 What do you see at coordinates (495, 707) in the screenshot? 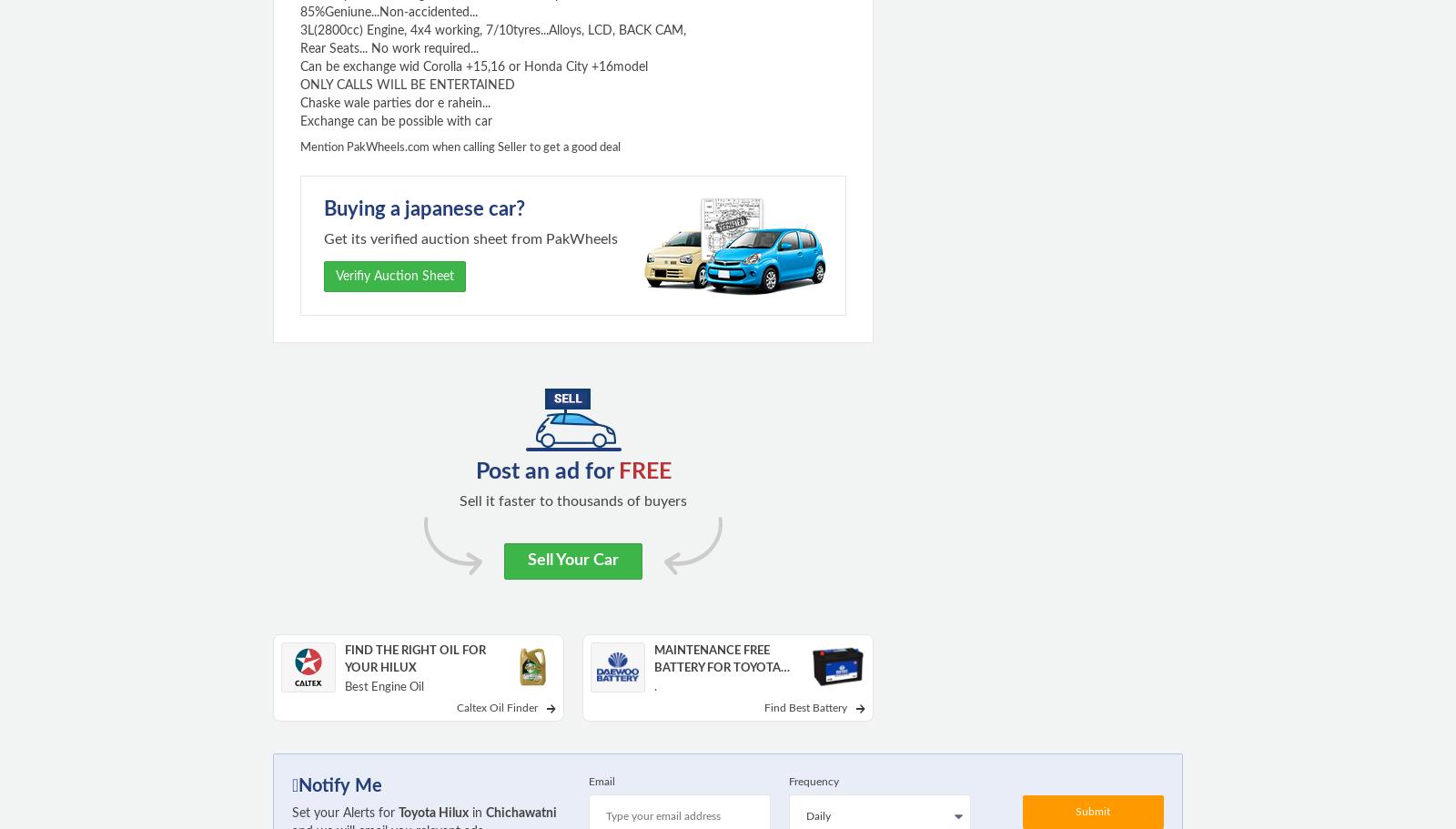
I see `'Caltex Oil Finder'` at bounding box center [495, 707].